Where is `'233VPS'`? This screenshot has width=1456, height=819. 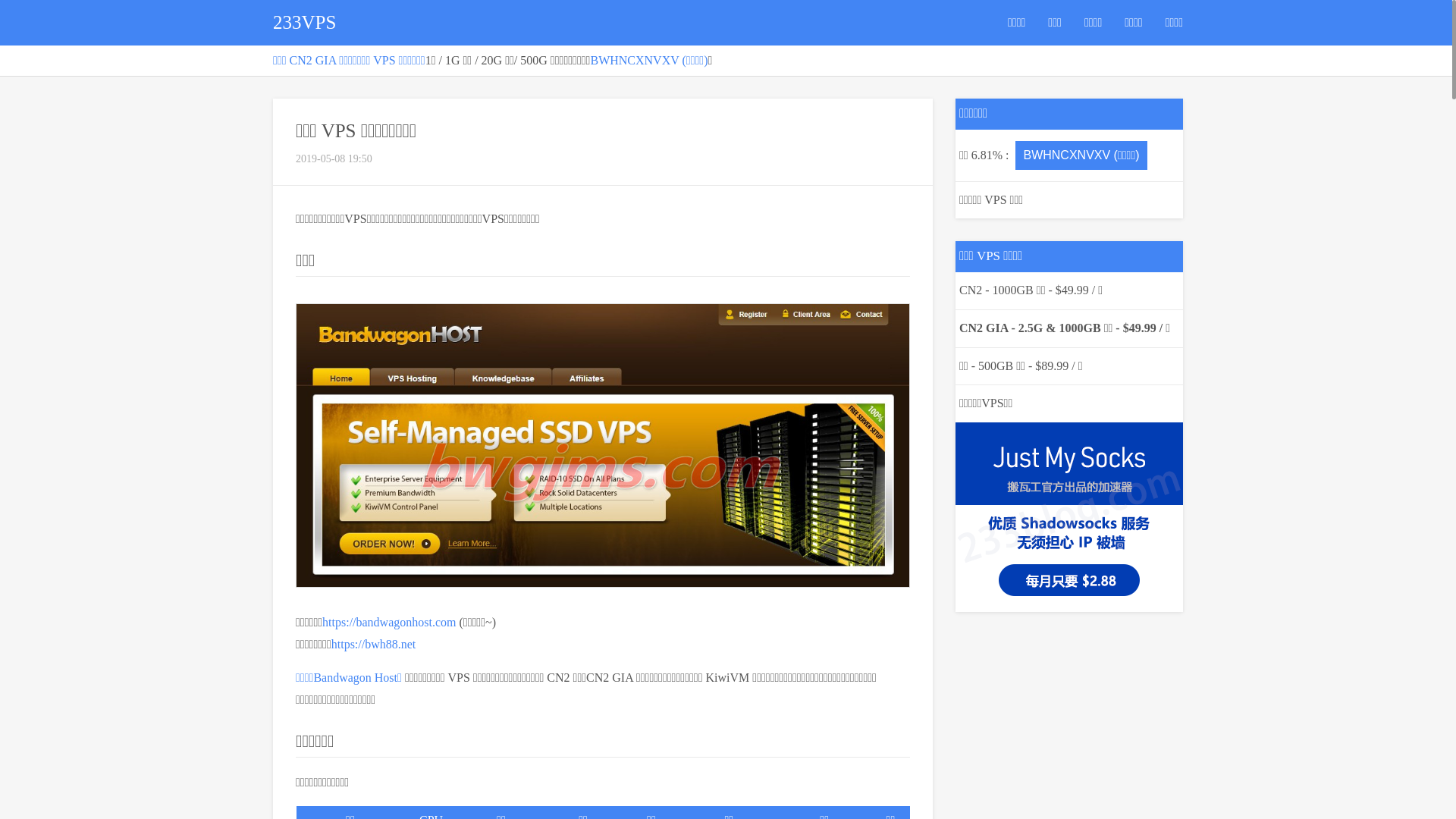
'233VPS' is located at coordinates (303, 23).